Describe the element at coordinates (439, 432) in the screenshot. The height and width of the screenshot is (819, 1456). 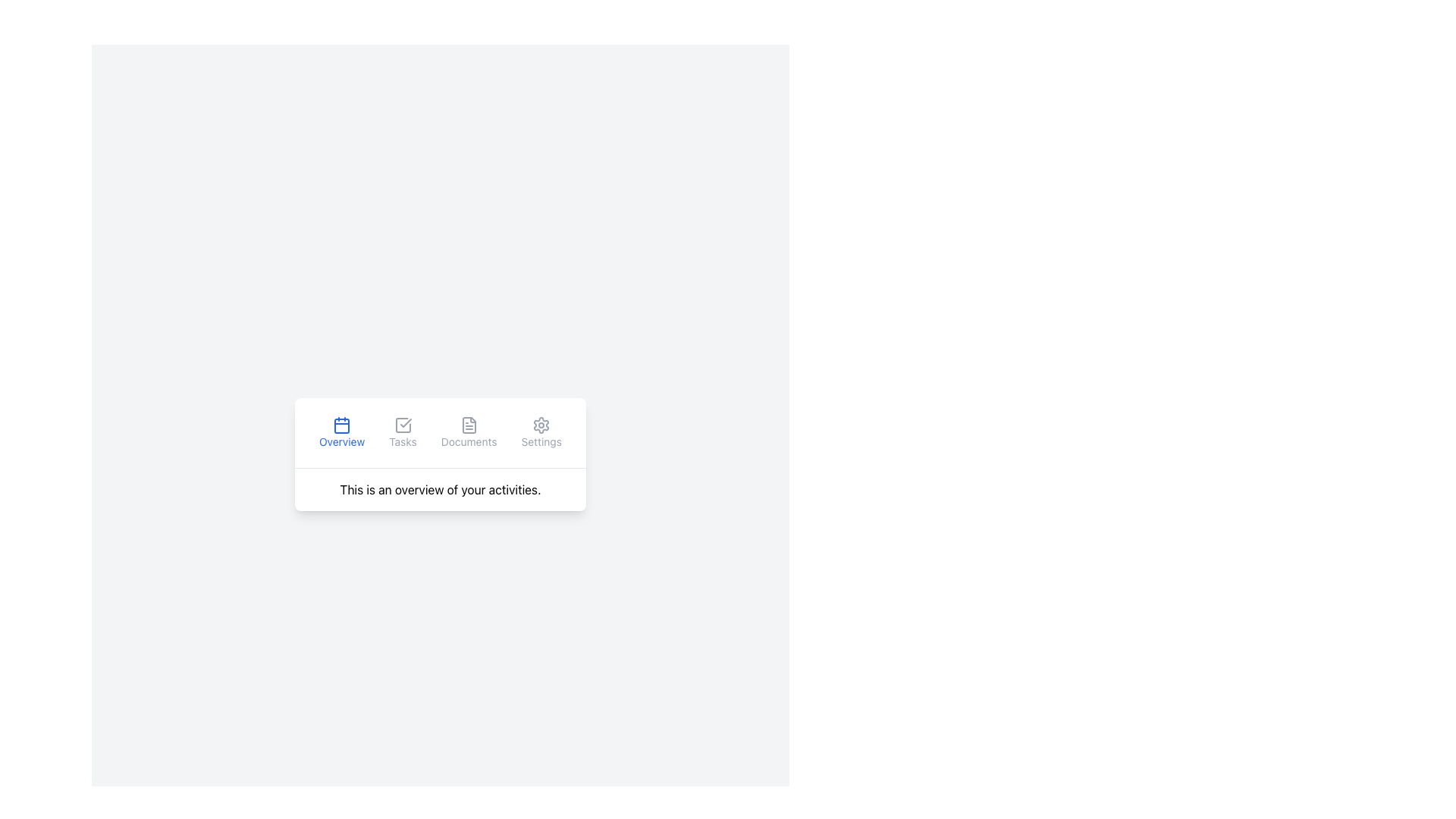
I see `the 'Documents' option in the Navigation Bar` at that location.